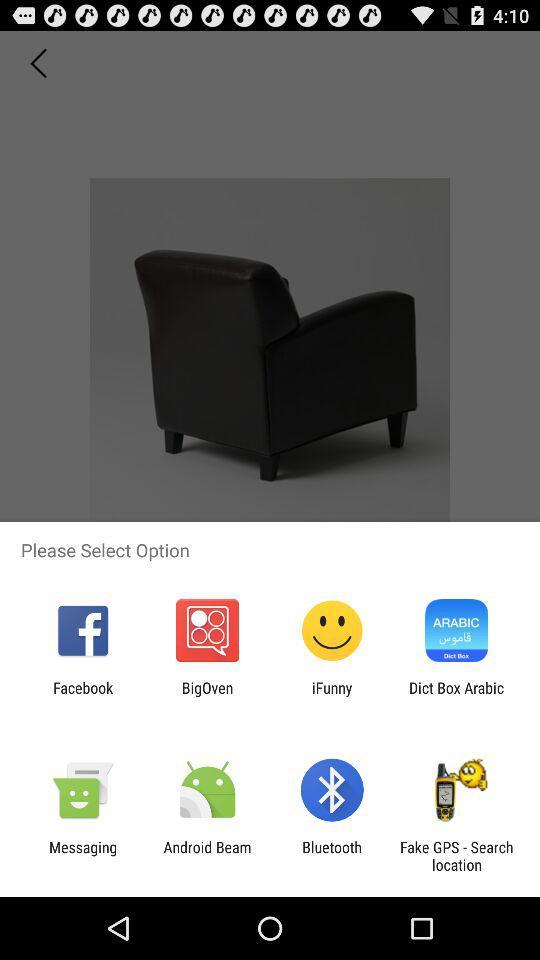 This screenshot has height=960, width=540. What do you see at coordinates (206, 855) in the screenshot?
I see `the android beam icon` at bounding box center [206, 855].